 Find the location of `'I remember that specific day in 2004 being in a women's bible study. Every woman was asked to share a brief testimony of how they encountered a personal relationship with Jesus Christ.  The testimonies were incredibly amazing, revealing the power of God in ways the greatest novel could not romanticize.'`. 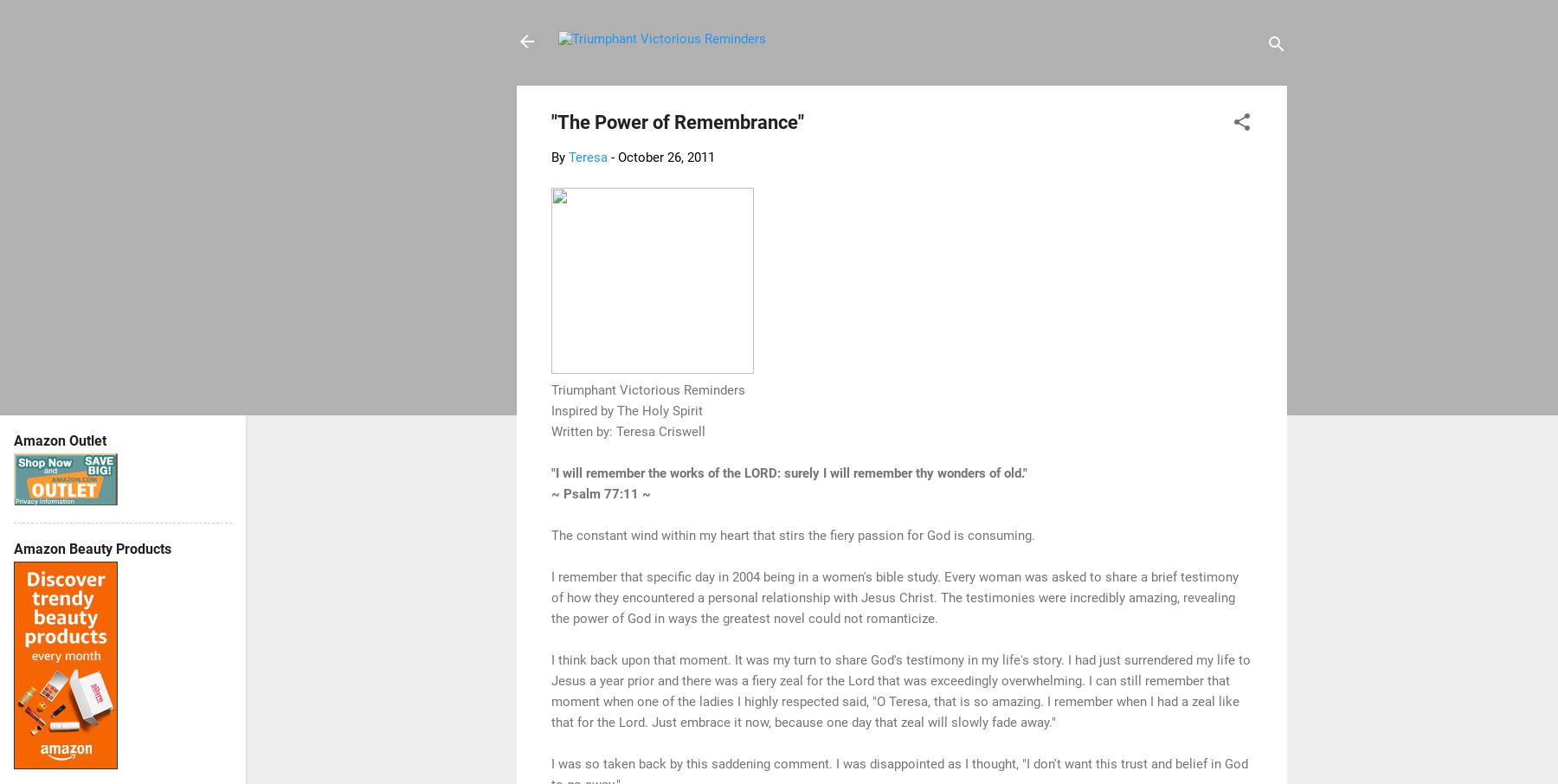

'I remember that specific day in 2004 being in a women's bible study. Every woman was asked to share a brief testimony of how they encountered a personal relationship with Jesus Christ.  The testimonies were incredibly amazing, revealing the power of God in ways the greatest novel could not romanticize.' is located at coordinates (551, 597).